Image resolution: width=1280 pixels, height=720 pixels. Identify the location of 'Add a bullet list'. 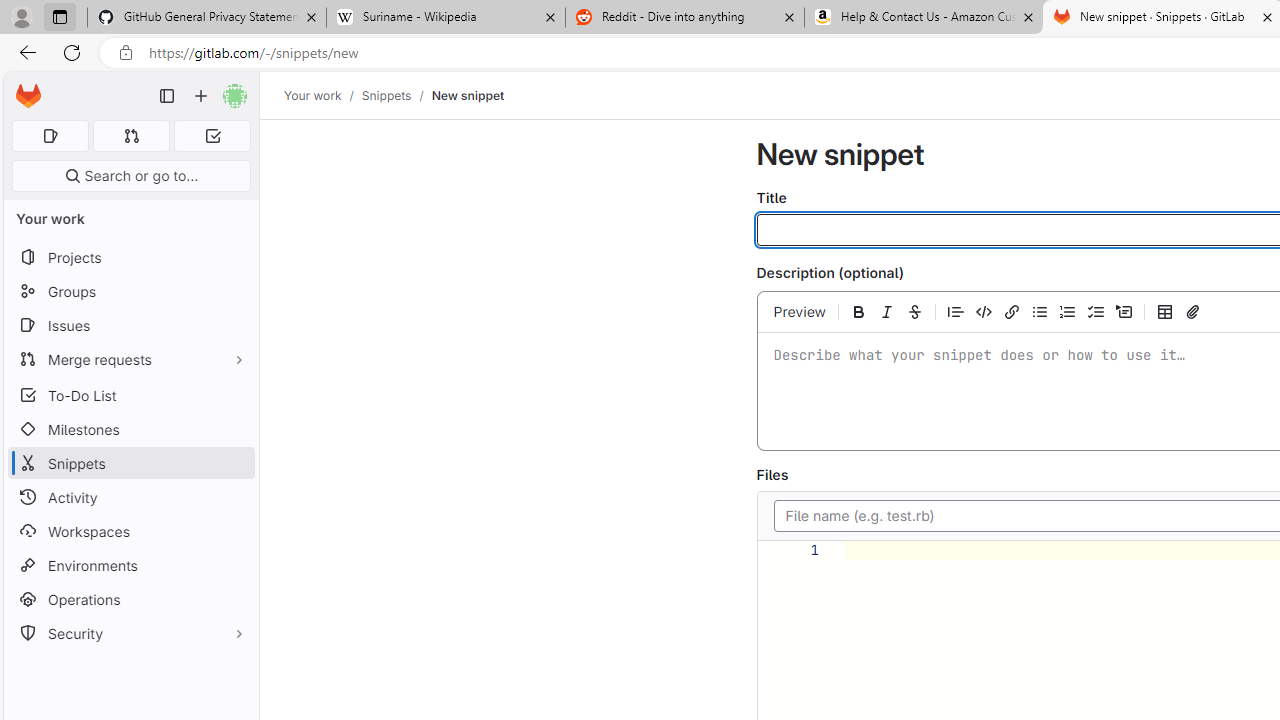
(1040, 311).